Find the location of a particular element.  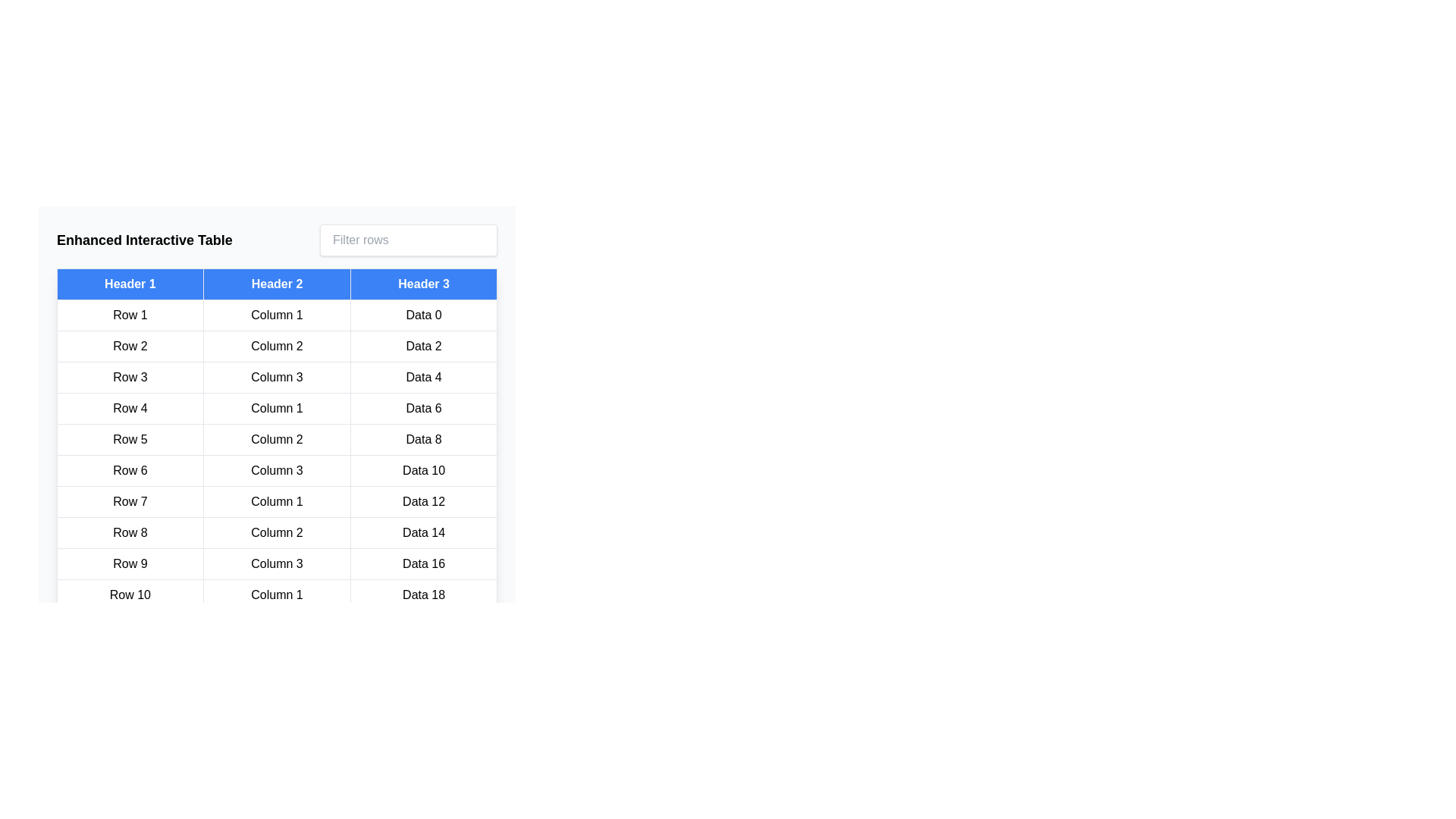

the header Header 1 to interact with the table column is located at coordinates (130, 284).